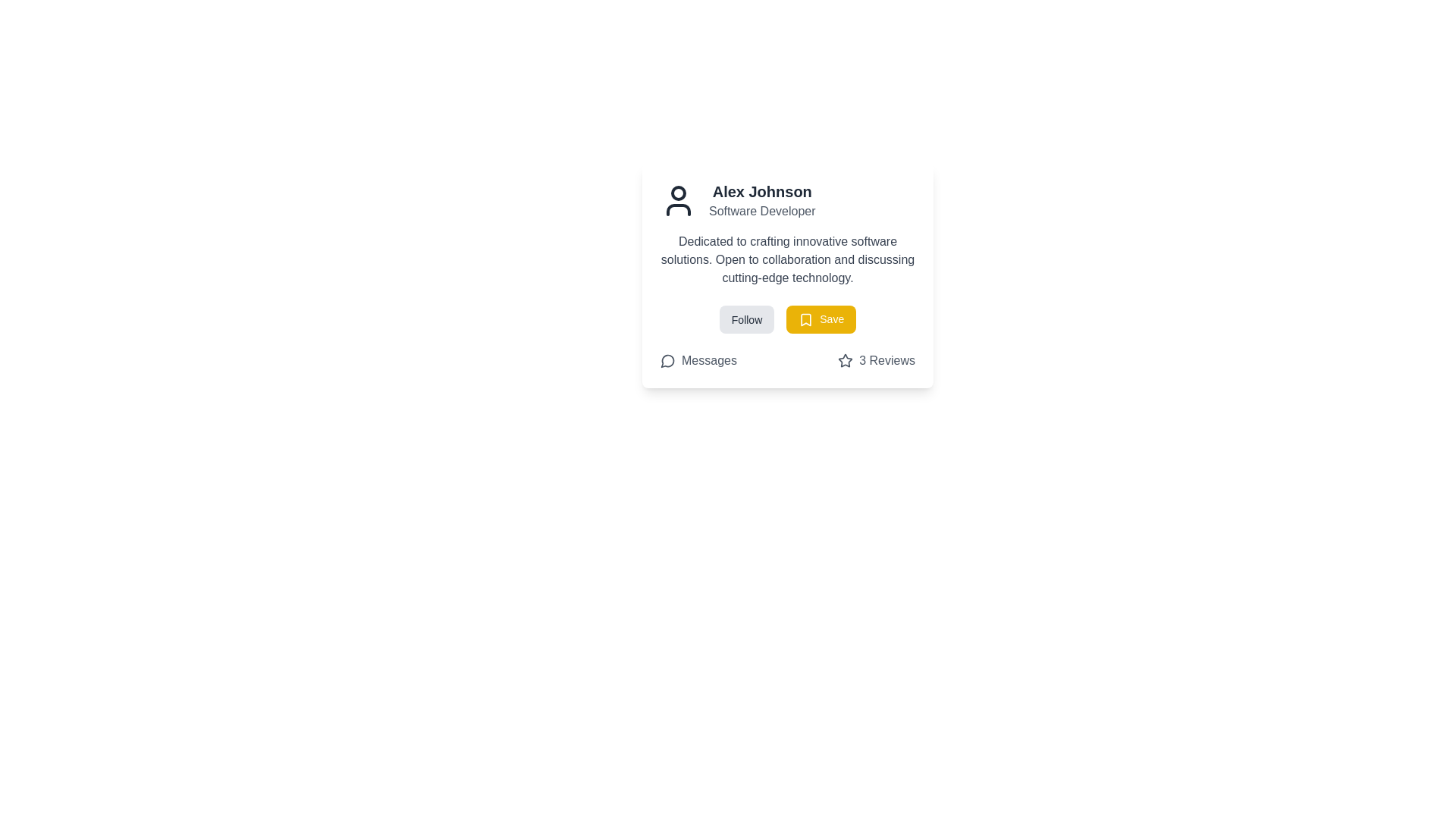 This screenshot has height=819, width=1456. Describe the element at coordinates (762, 200) in the screenshot. I see `displayed text from the text block that shows the user's name and job title, located centrally in the upper portion of the card layout, to the right of the user avatar icon` at that location.